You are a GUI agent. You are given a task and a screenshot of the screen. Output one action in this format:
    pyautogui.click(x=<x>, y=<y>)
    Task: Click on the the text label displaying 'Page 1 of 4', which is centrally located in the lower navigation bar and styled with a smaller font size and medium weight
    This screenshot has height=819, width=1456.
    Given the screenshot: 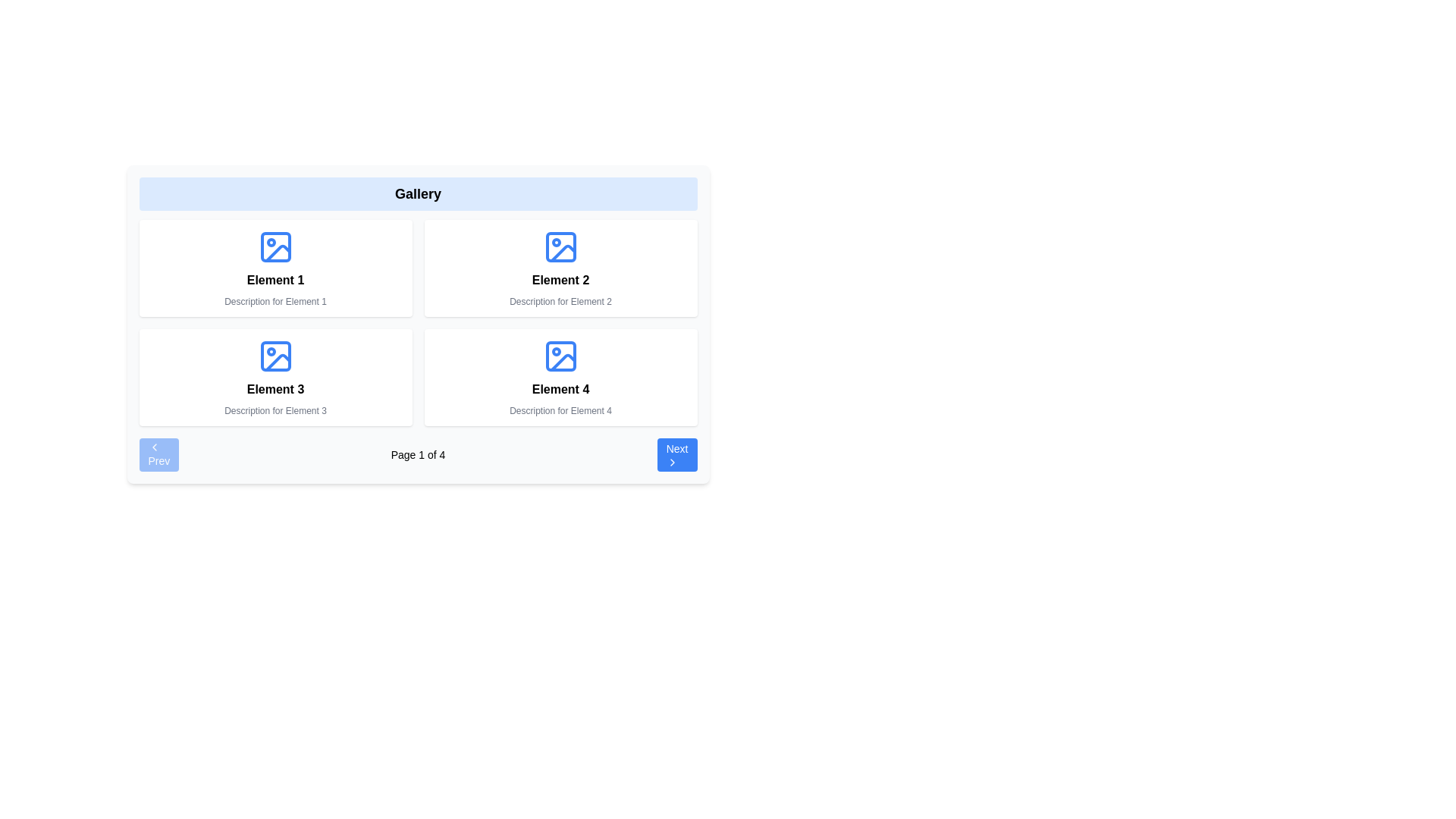 What is the action you would take?
    pyautogui.click(x=418, y=454)
    